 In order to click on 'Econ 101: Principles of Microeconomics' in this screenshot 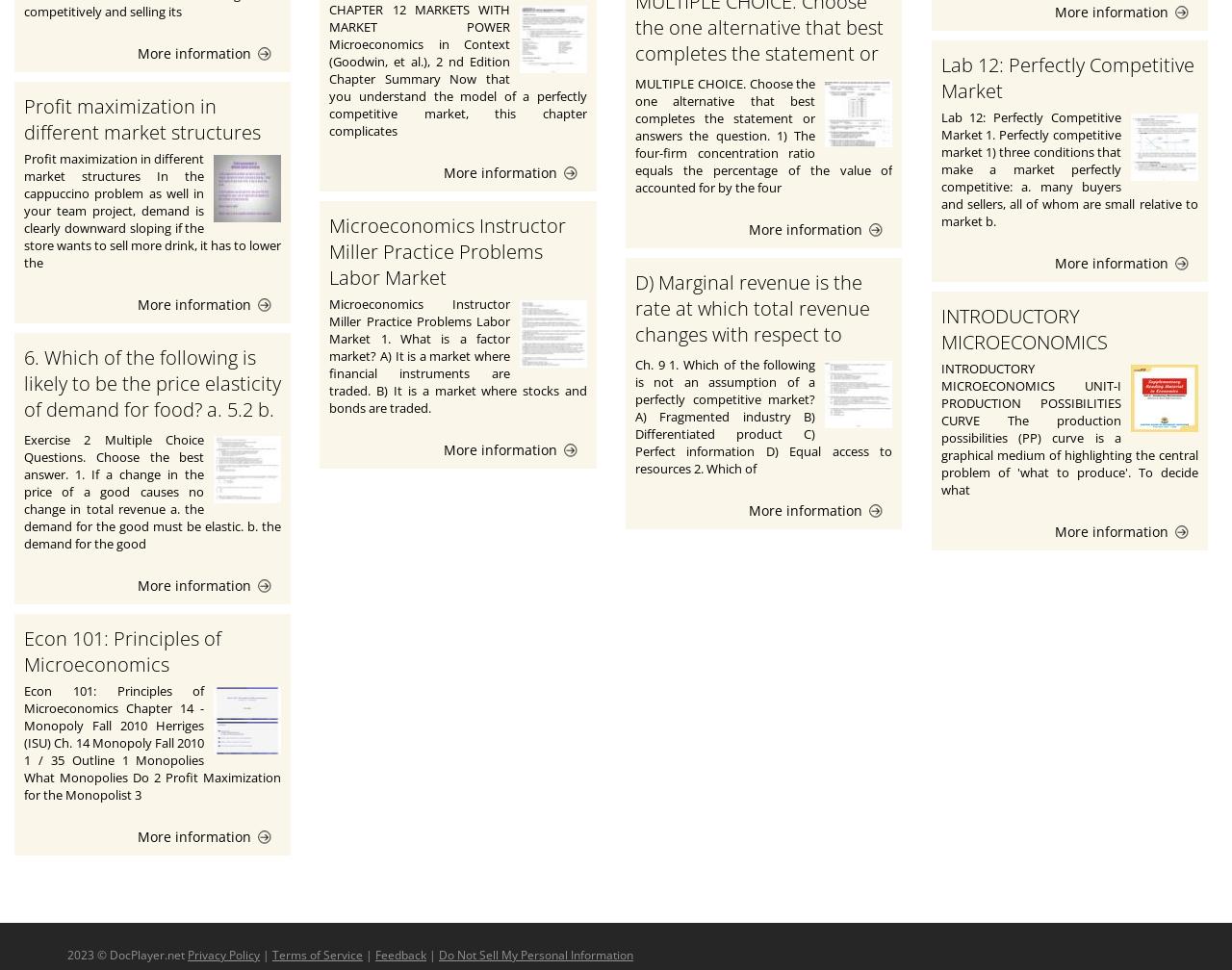, I will do `click(23, 651)`.